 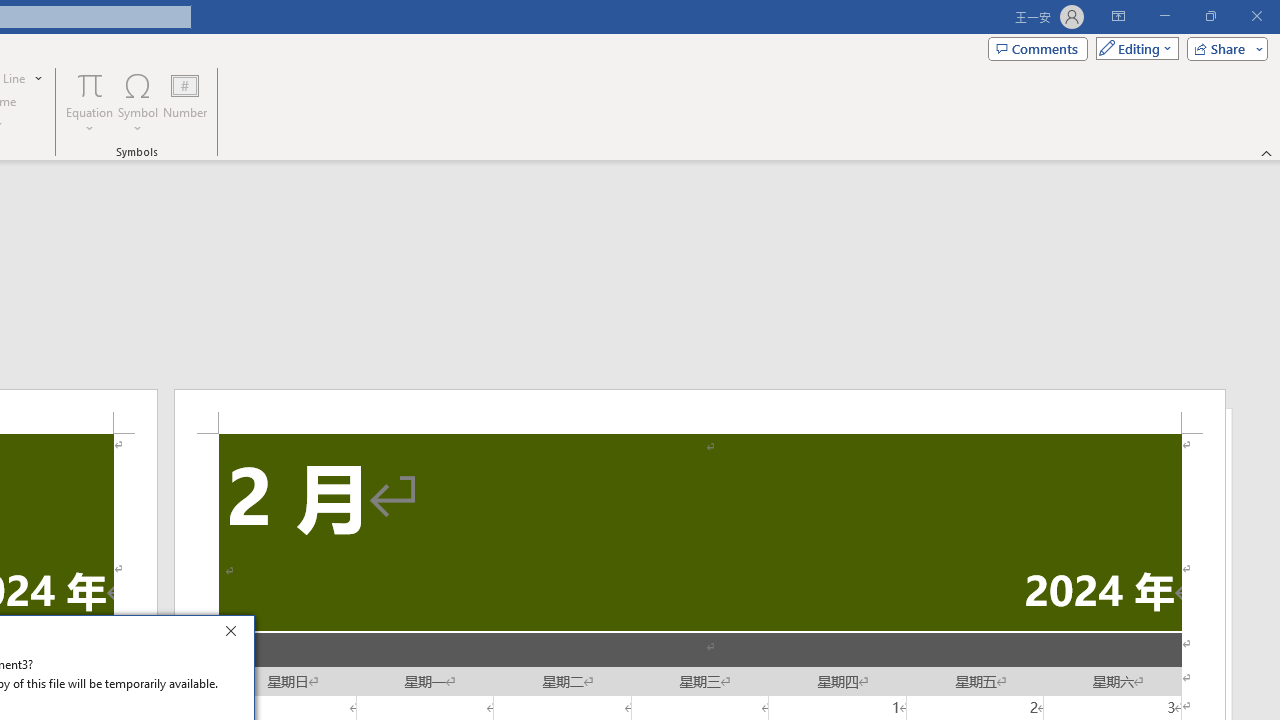 What do you see at coordinates (1164, 16) in the screenshot?
I see `'Minimize'` at bounding box center [1164, 16].